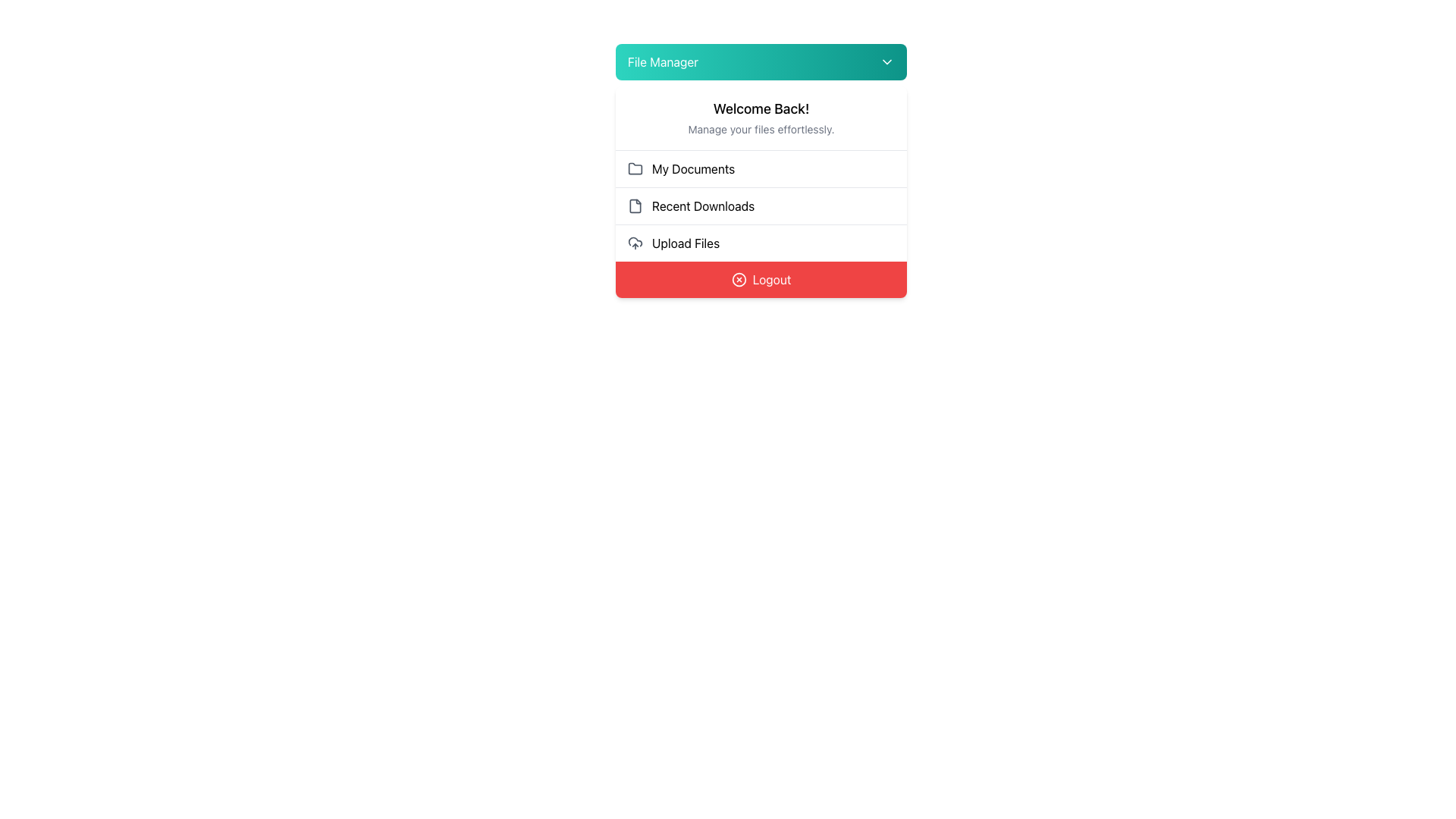 The height and width of the screenshot is (819, 1456). I want to click on the 'My Documents' menu item, which is the first item, so click(761, 169).